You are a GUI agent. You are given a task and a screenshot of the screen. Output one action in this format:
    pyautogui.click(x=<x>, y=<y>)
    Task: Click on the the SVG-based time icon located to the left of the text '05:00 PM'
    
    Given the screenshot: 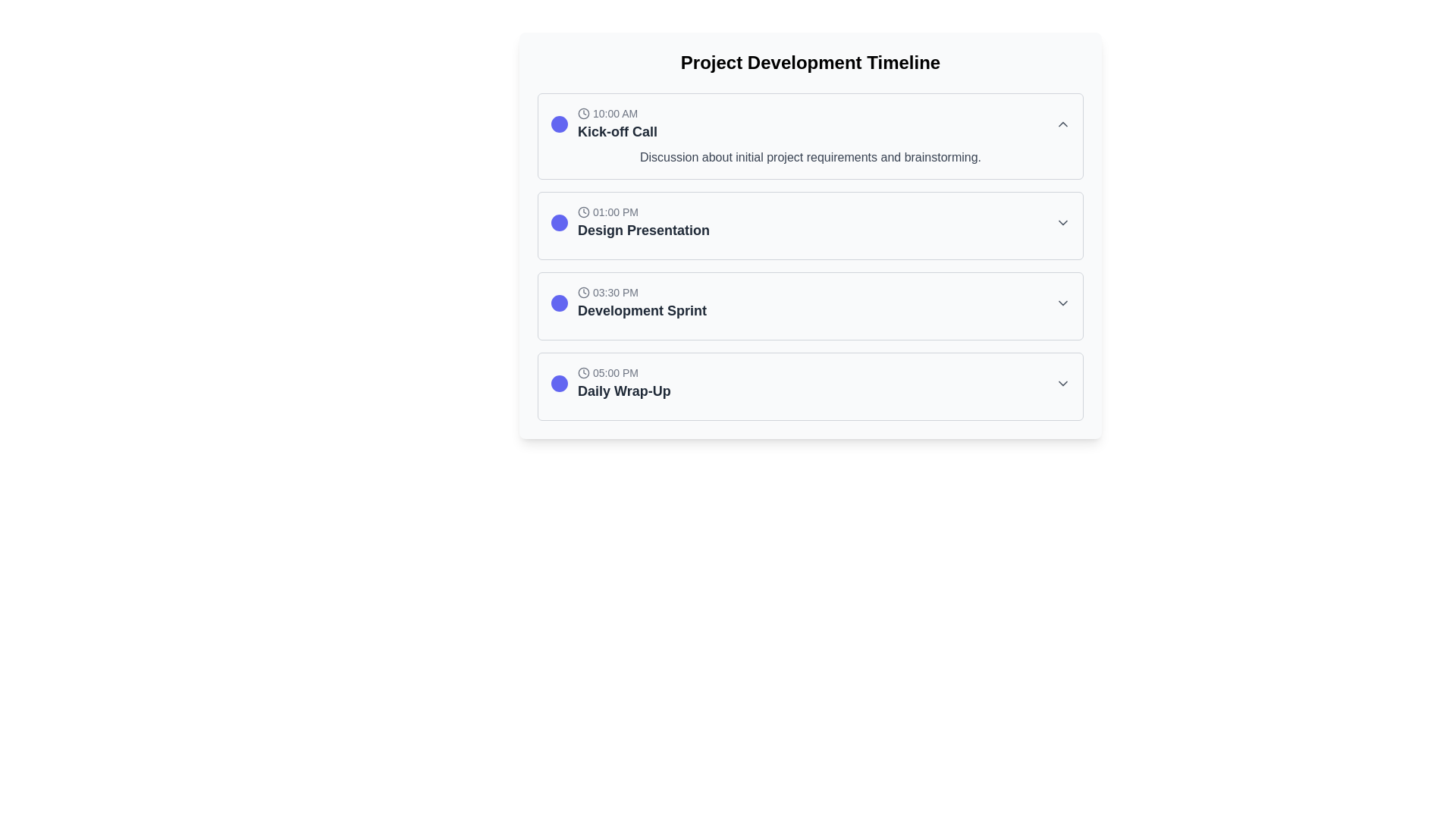 What is the action you would take?
    pyautogui.click(x=582, y=373)
    